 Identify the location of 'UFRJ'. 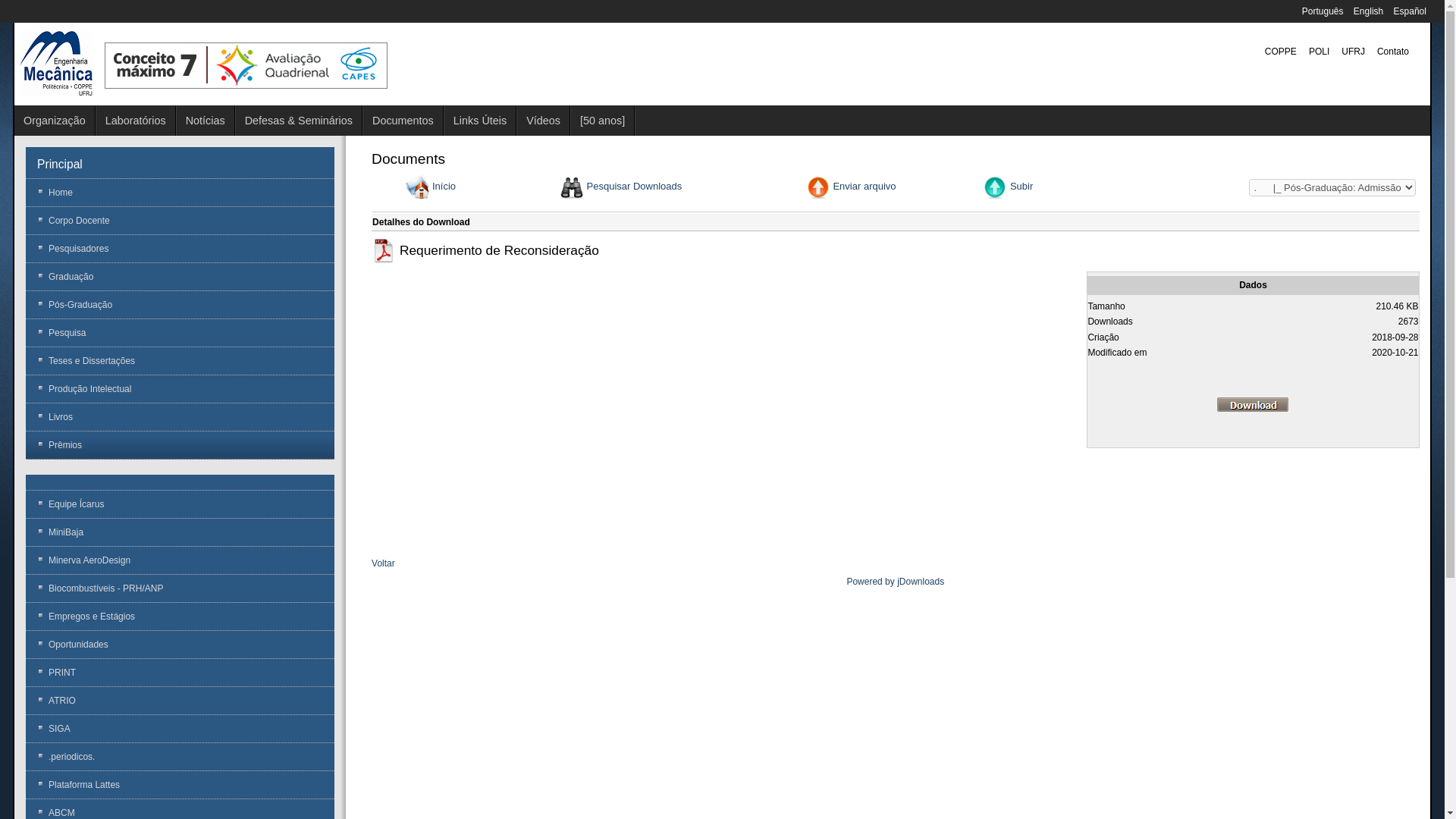
(1353, 51).